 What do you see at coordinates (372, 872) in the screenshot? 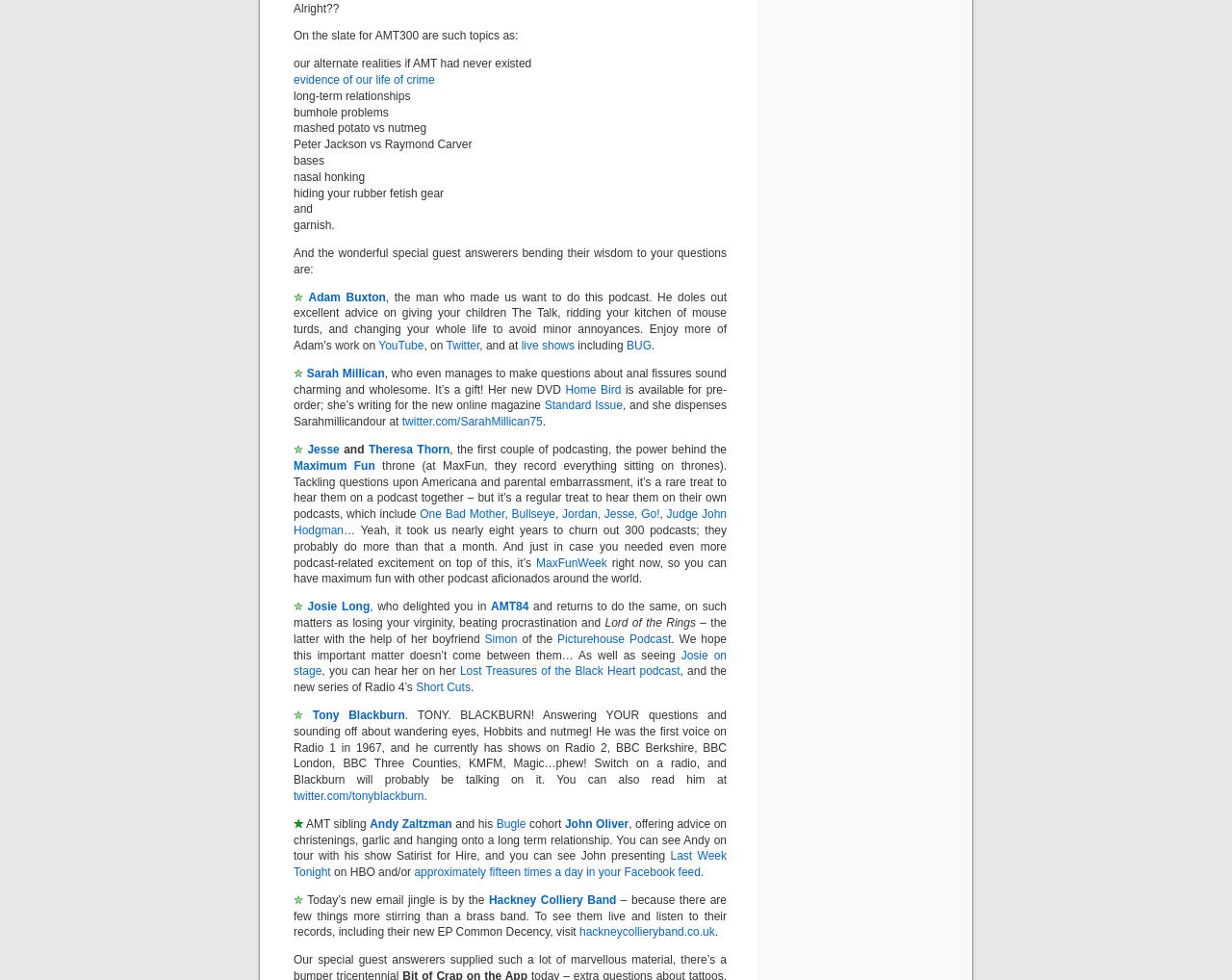
I see `'on HBO and/or'` at bounding box center [372, 872].